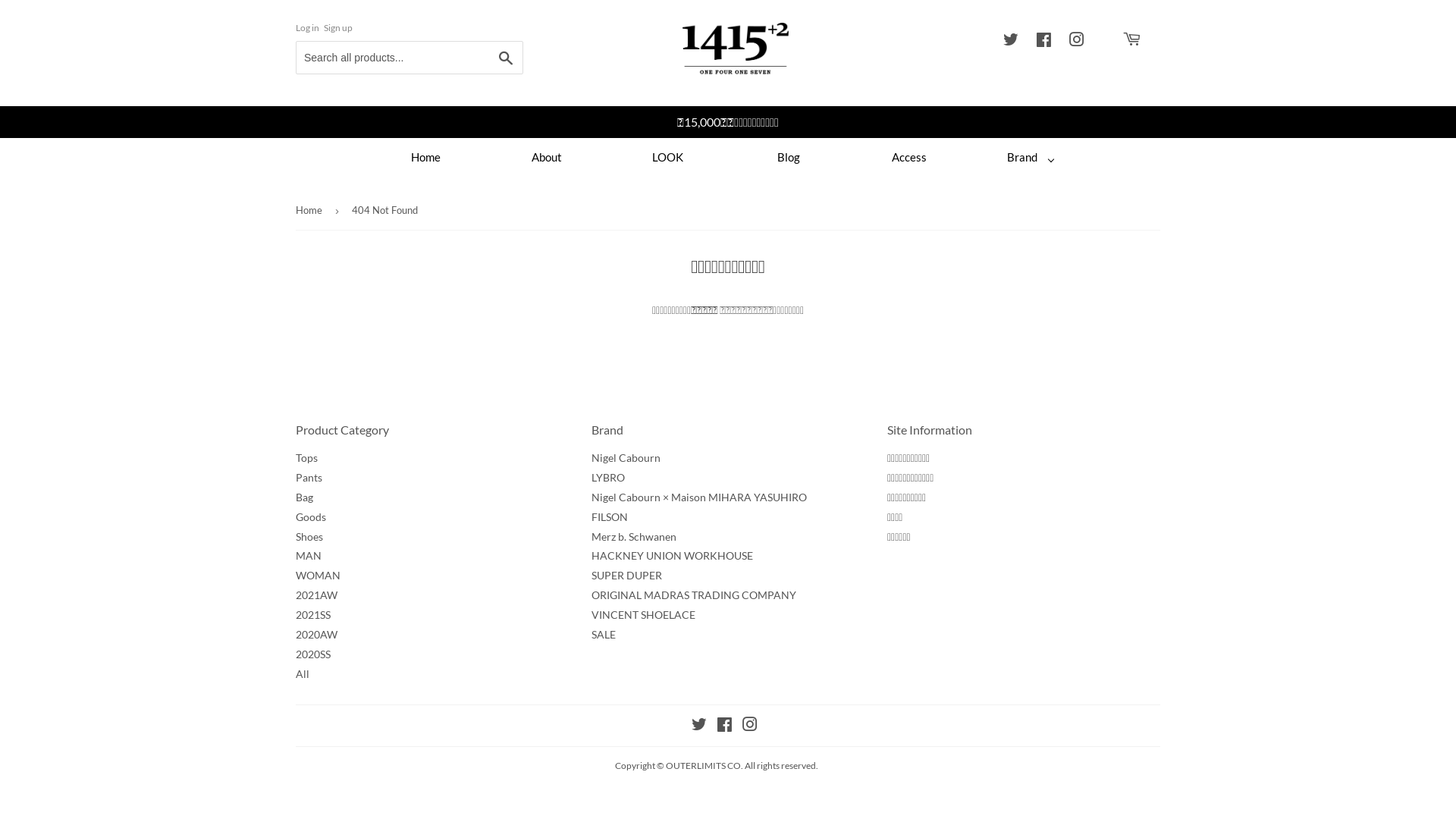  Describe the element at coordinates (315, 634) in the screenshot. I see `'2020AW'` at that location.